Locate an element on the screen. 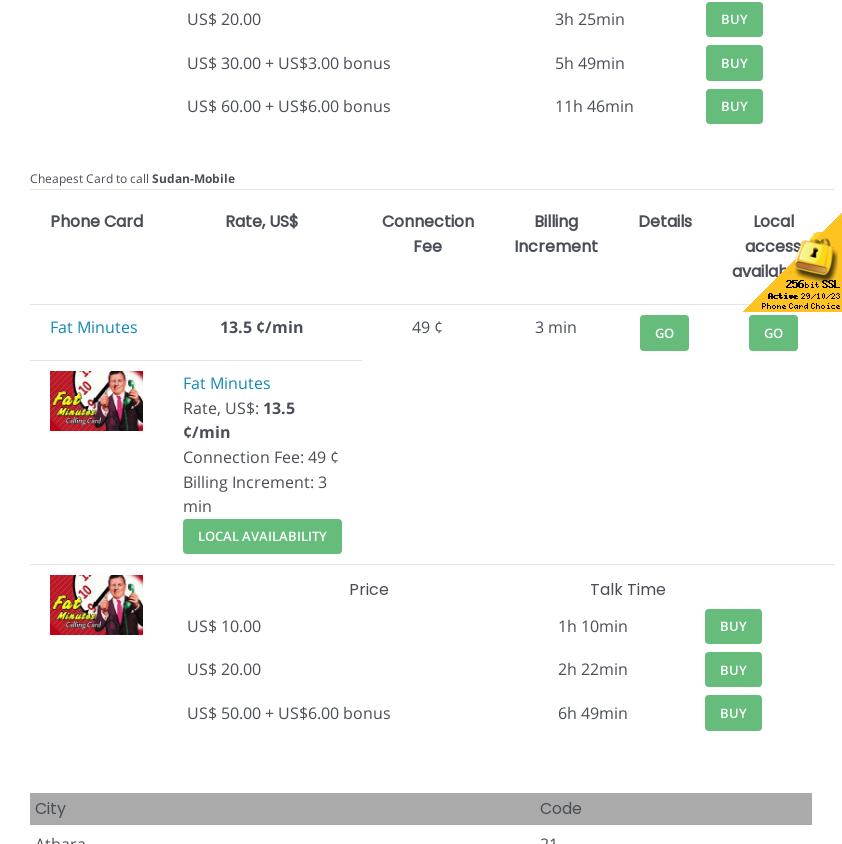 The width and height of the screenshot is (842, 844). 'US$ 60.00             + US$6.00 bonus' is located at coordinates (288, 103).